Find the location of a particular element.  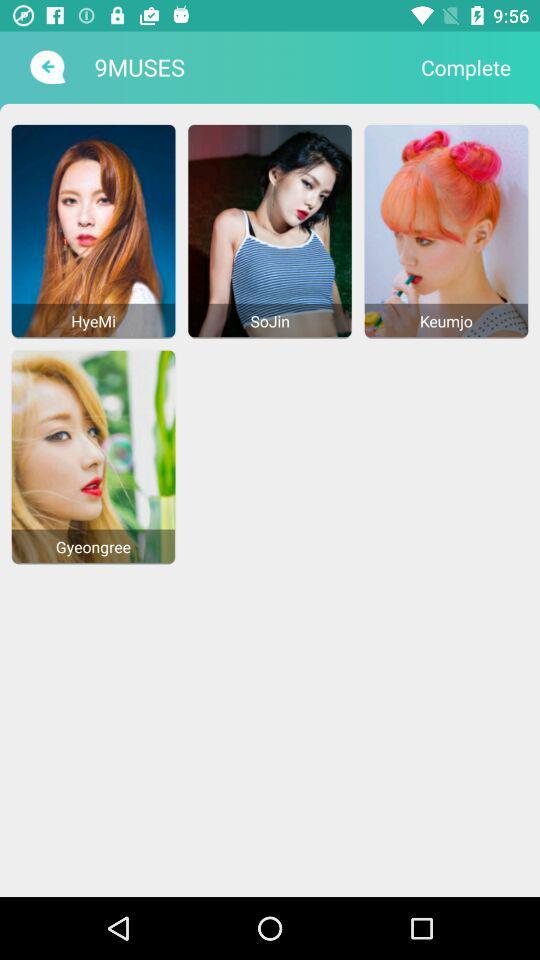

the icon to the left of 9muses icon is located at coordinates (45, 67).